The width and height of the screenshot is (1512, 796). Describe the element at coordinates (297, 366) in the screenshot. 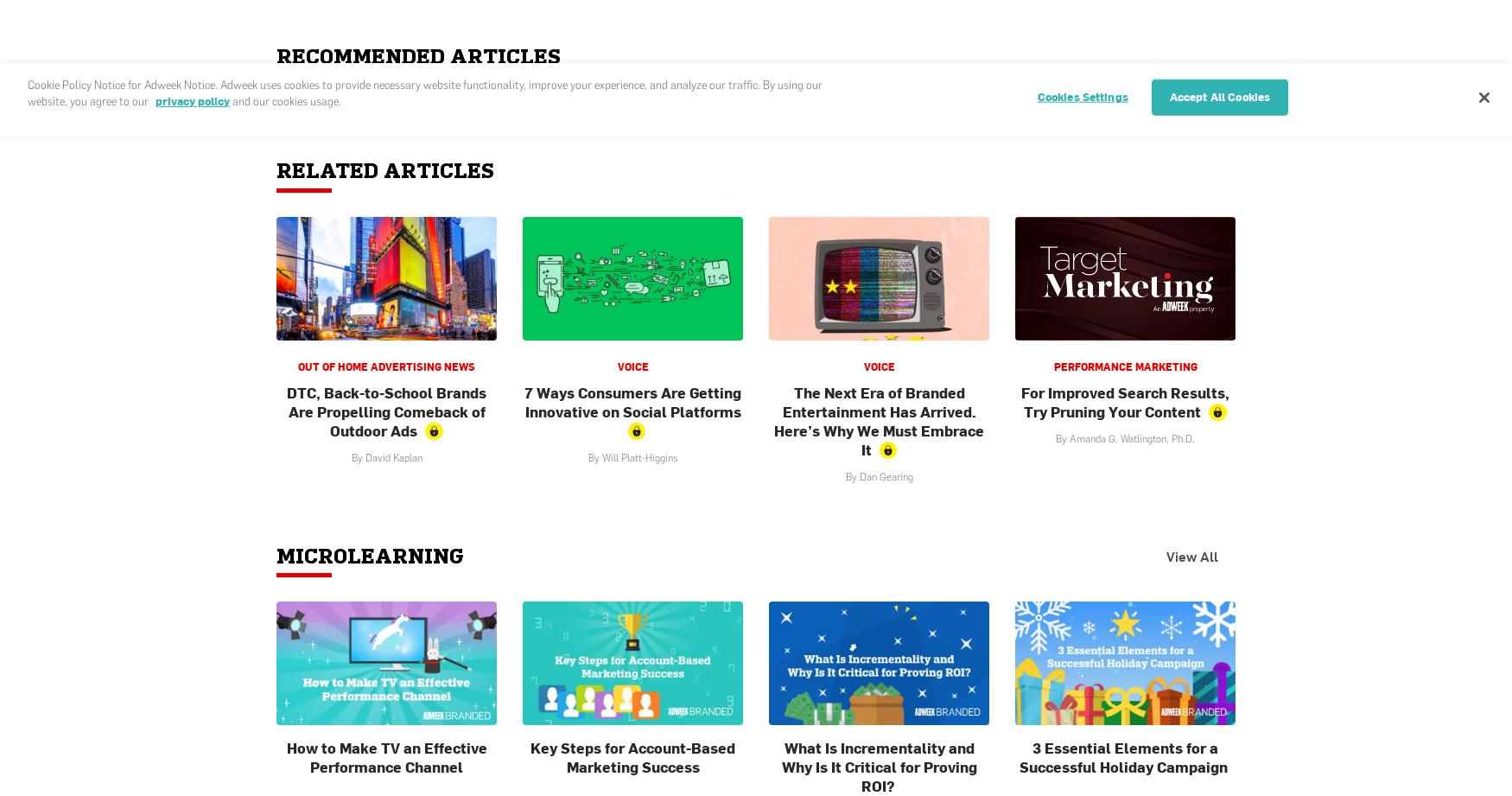

I see `'Out of Home Advertising News'` at that location.